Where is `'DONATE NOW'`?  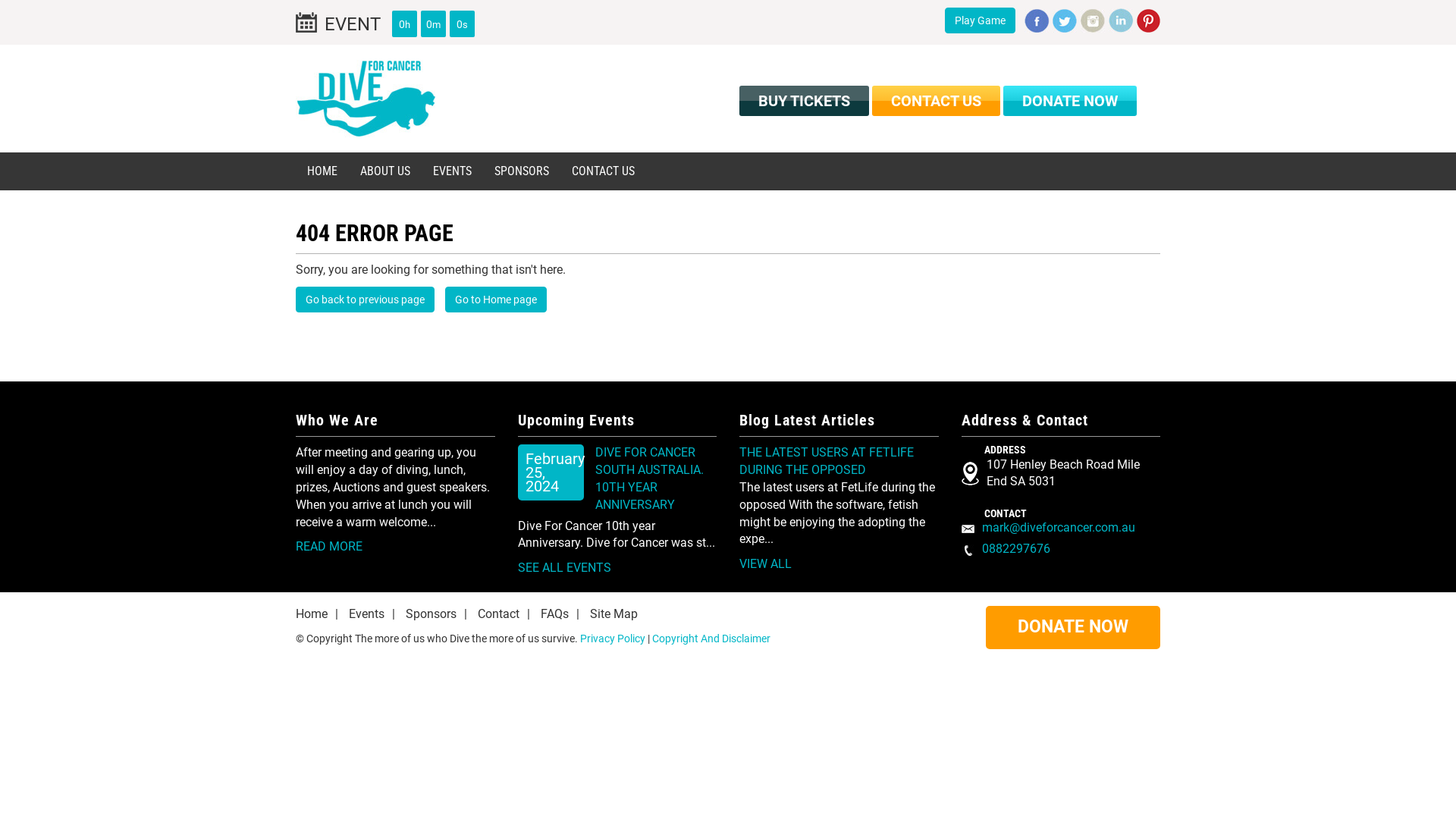
'DONATE NOW' is located at coordinates (1072, 627).